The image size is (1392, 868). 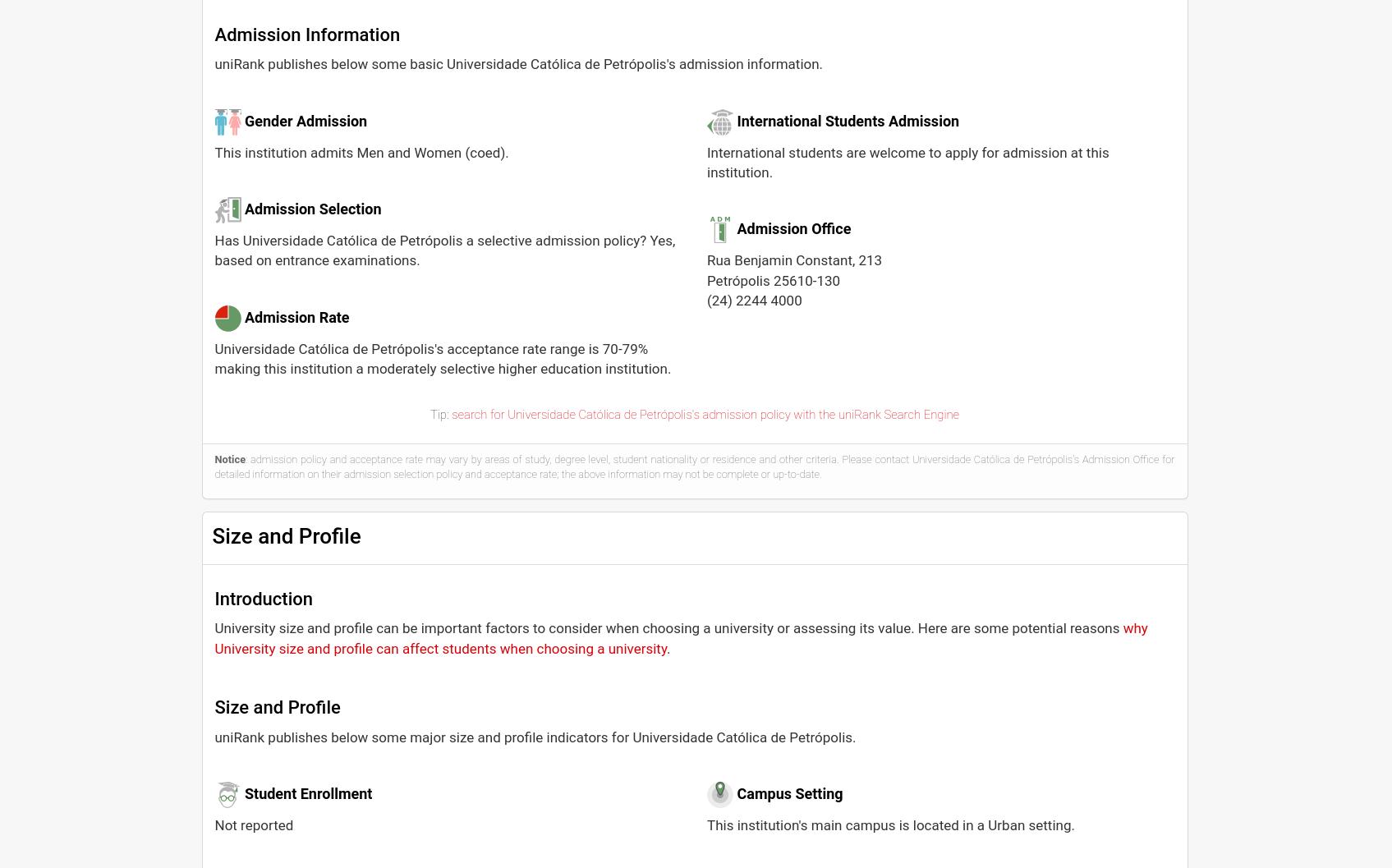 I want to click on 'Has Universidade Católica de Petrópolis a selective admission policy? Yes, based on entrance examinations.', so click(x=444, y=250).